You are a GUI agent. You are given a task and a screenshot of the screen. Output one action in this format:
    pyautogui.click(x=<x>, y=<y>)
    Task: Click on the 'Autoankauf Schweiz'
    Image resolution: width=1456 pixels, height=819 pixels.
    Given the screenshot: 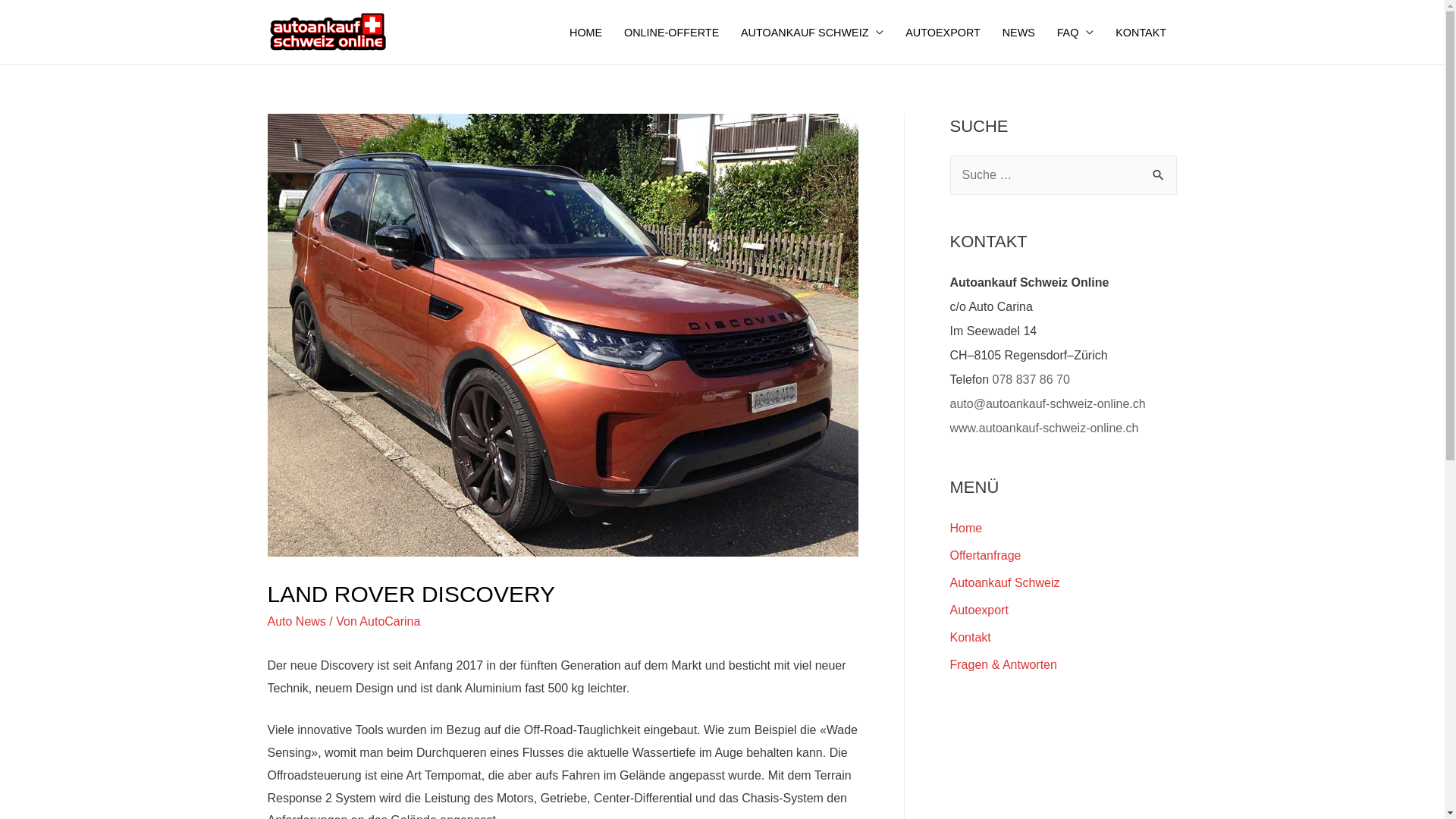 What is the action you would take?
    pyautogui.click(x=949, y=582)
    